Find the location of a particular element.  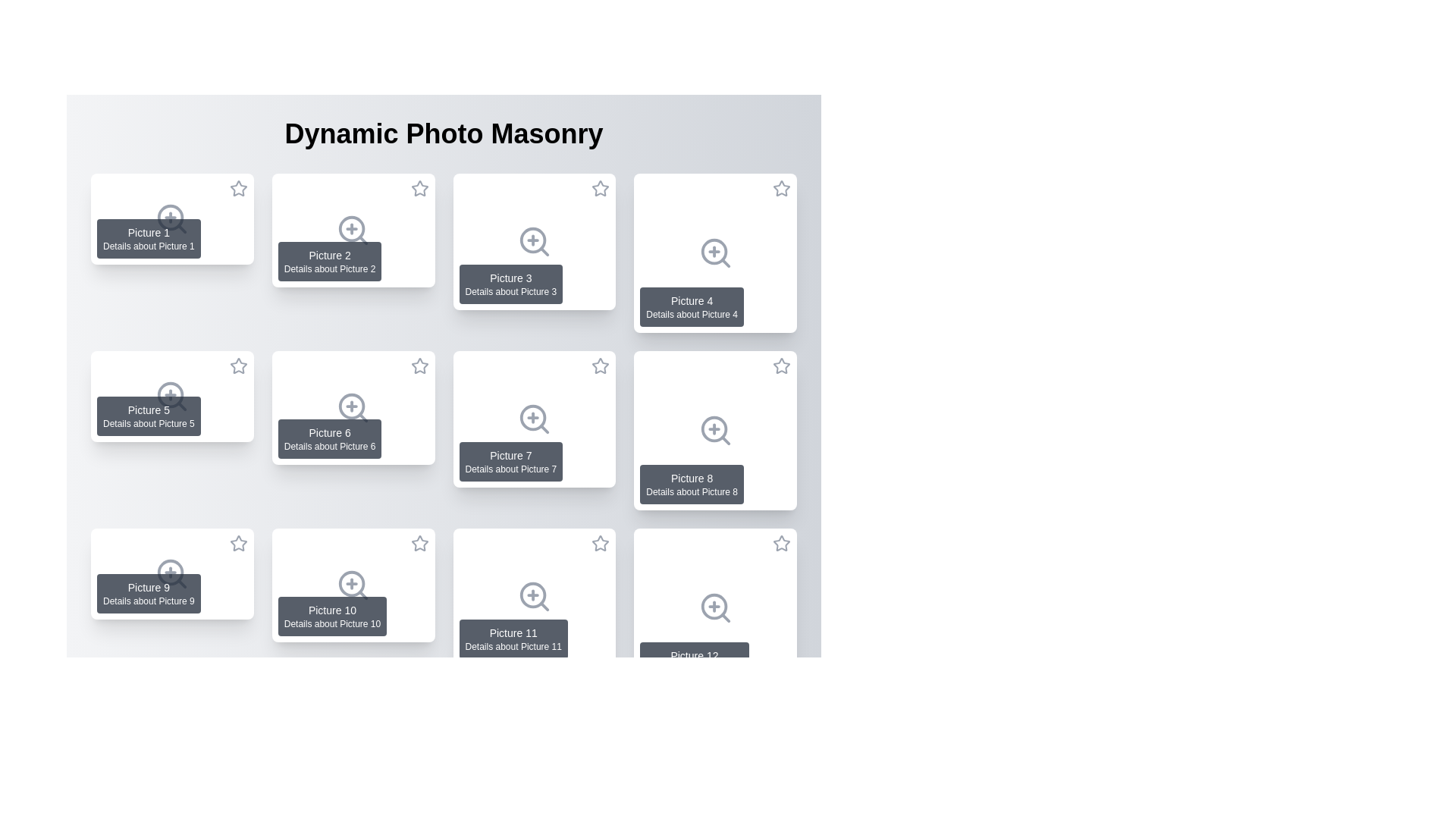

the gray outlined star icon located at the top-right corner of the card labeled 'Picture 2' is located at coordinates (419, 188).